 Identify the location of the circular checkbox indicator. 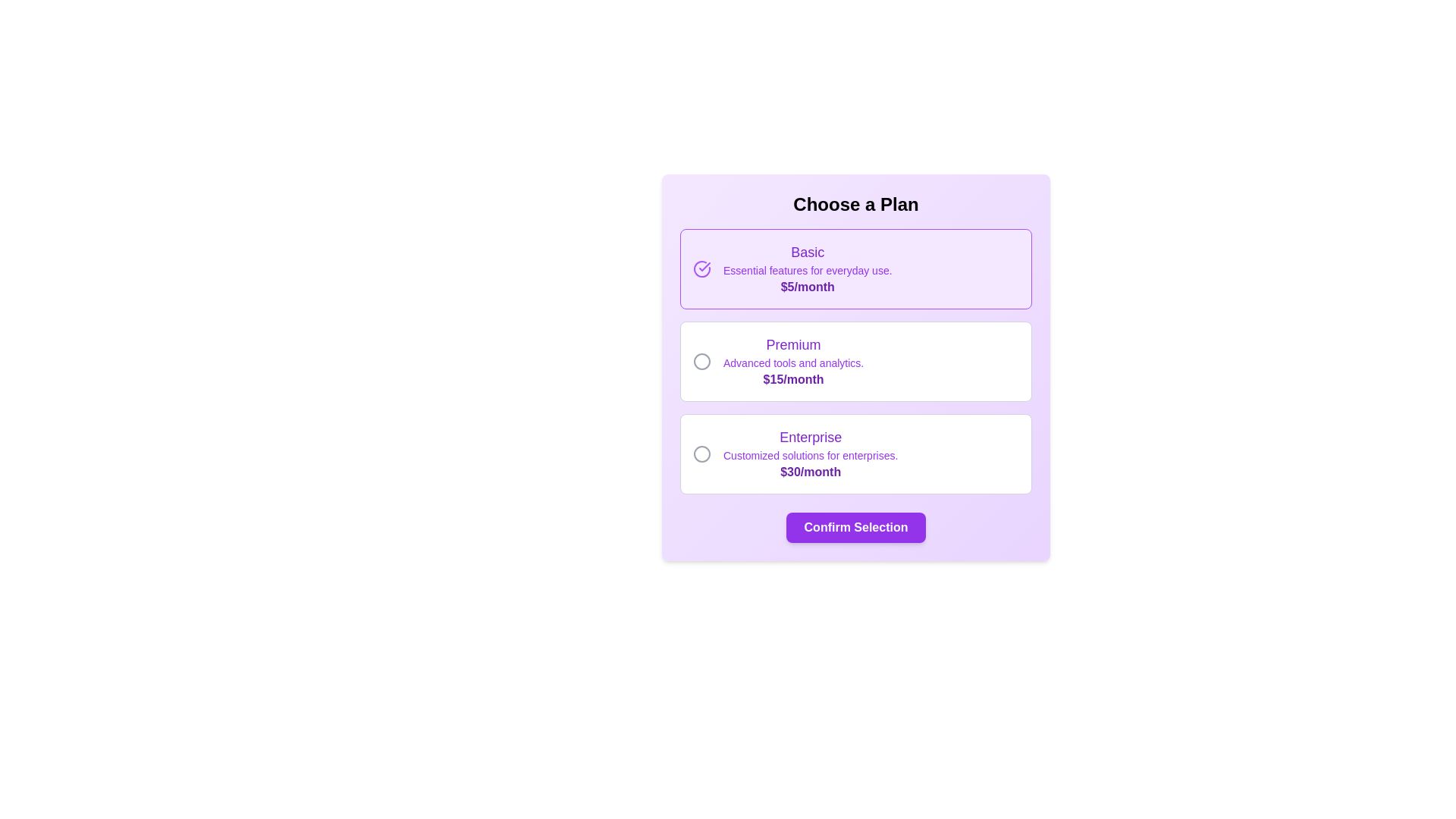
(701, 362).